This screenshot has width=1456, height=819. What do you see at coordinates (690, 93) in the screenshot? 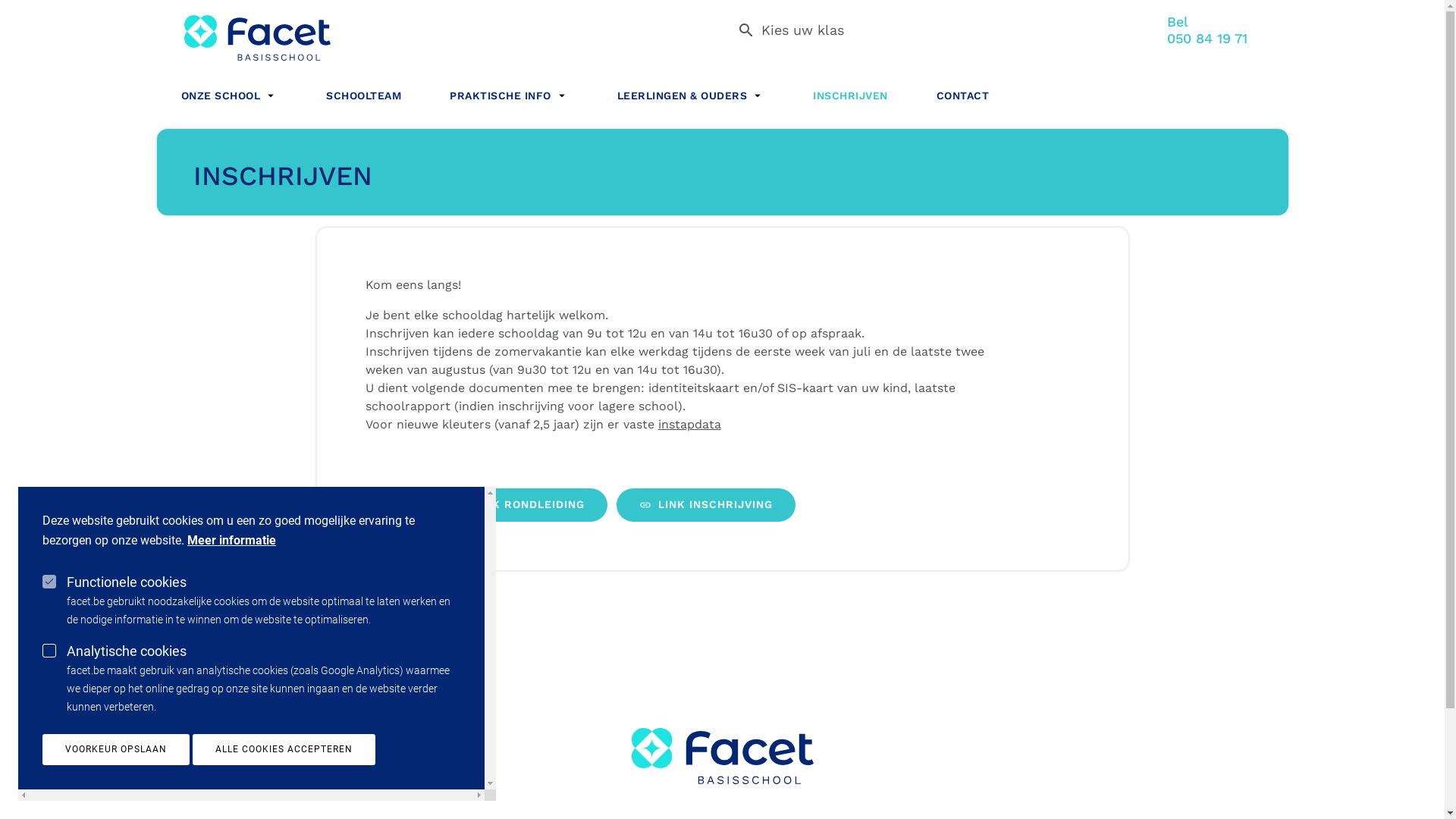
I see `'LEERLINGEN & OUDERS'` at bounding box center [690, 93].